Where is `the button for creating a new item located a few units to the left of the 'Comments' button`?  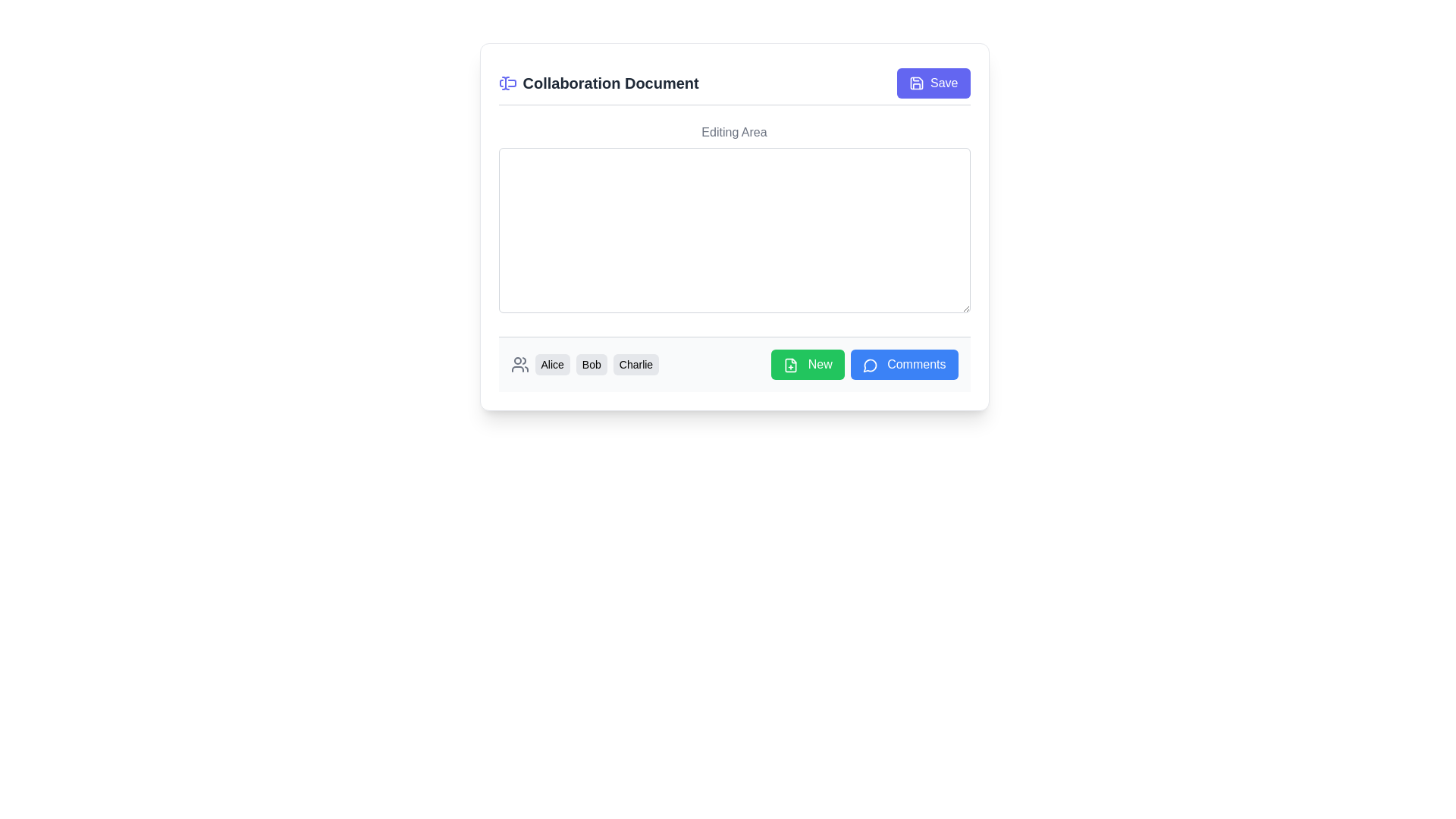 the button for creating a new item located a few units to the left of the 'Comments' button is located at coordinates (807, 365).